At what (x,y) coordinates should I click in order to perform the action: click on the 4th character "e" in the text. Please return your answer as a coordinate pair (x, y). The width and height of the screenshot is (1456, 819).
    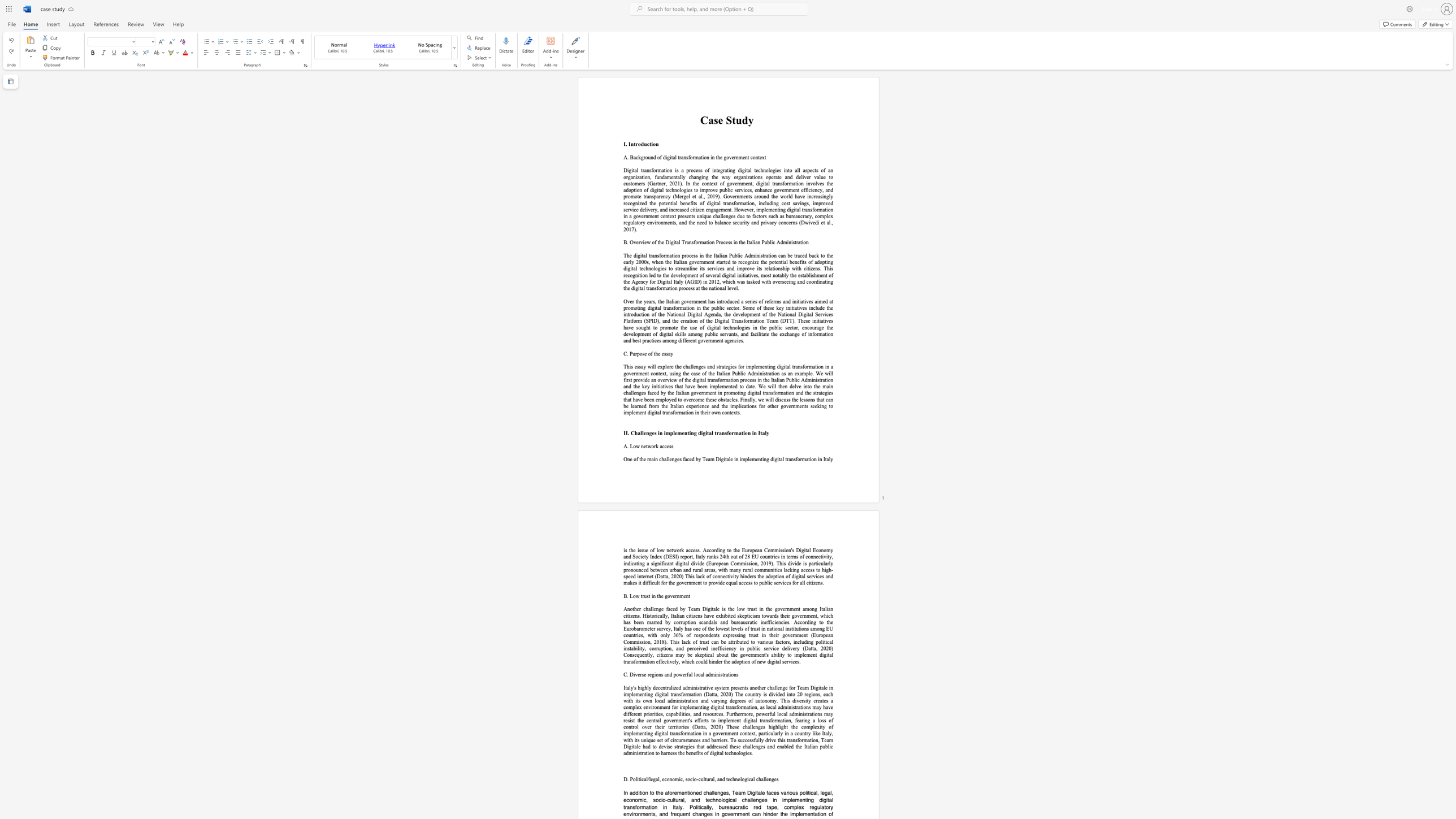
    Looking at the image, I should click on (760, 157).